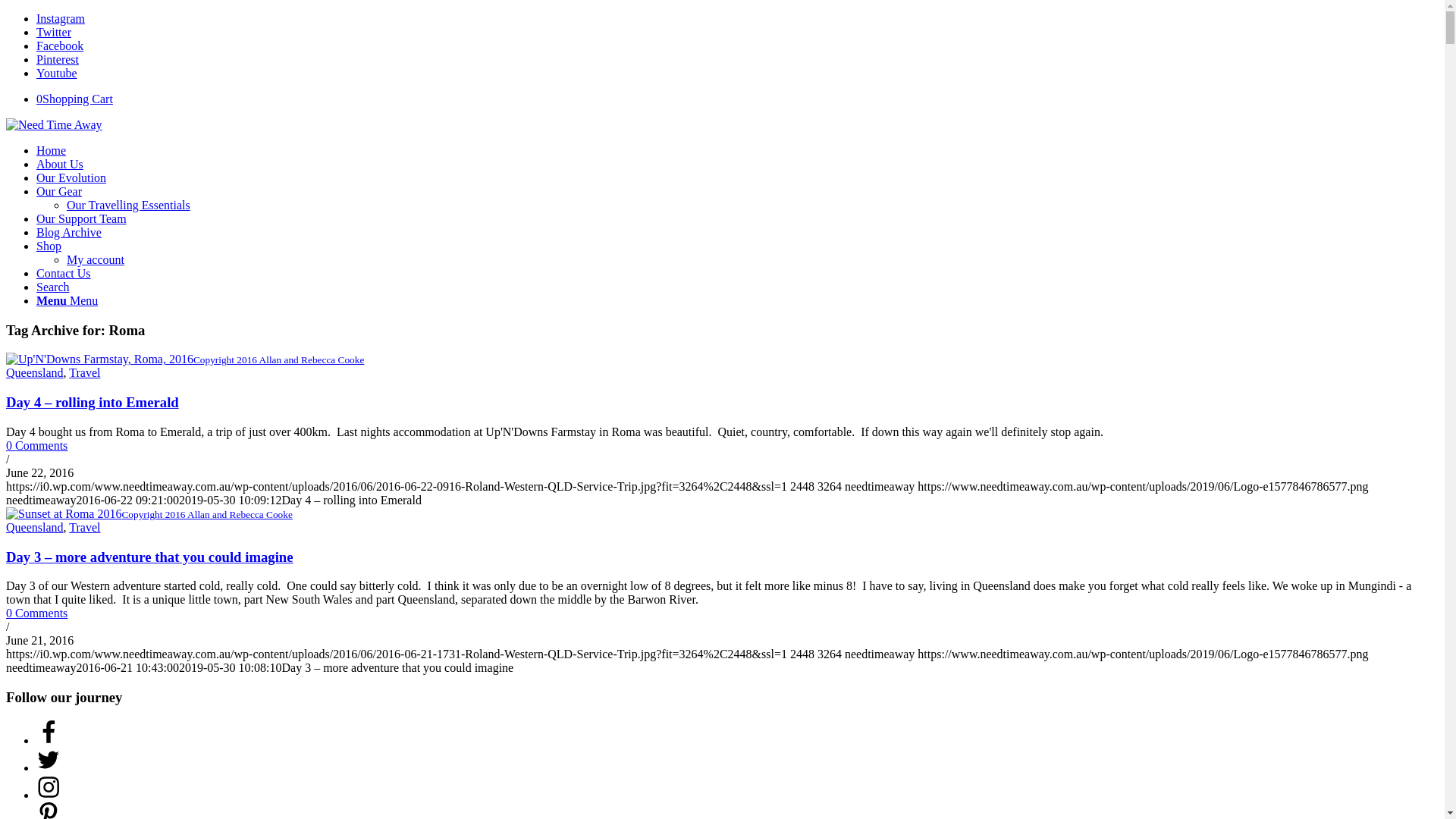 The width and height of the screenshot is (1456, 819). What do you see at coordinates (36, 444) in the screenshot?
I see `'0 Comments'` at bounding box center [36, 444].